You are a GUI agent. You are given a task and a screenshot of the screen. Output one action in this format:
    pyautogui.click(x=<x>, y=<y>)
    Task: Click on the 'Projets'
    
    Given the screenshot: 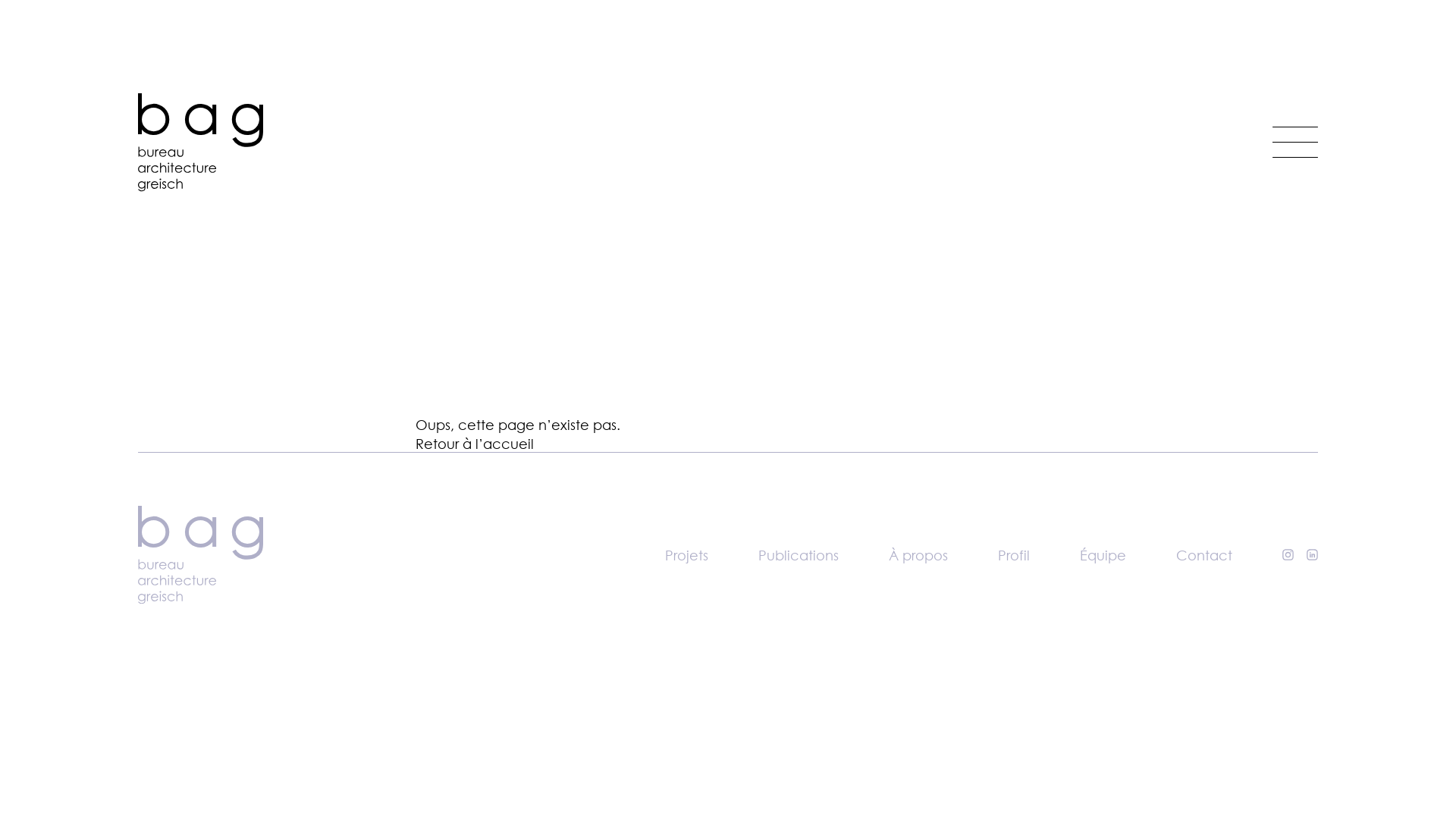 What is the action you would take?
    pyautogui.click(x=686, y=555)
    